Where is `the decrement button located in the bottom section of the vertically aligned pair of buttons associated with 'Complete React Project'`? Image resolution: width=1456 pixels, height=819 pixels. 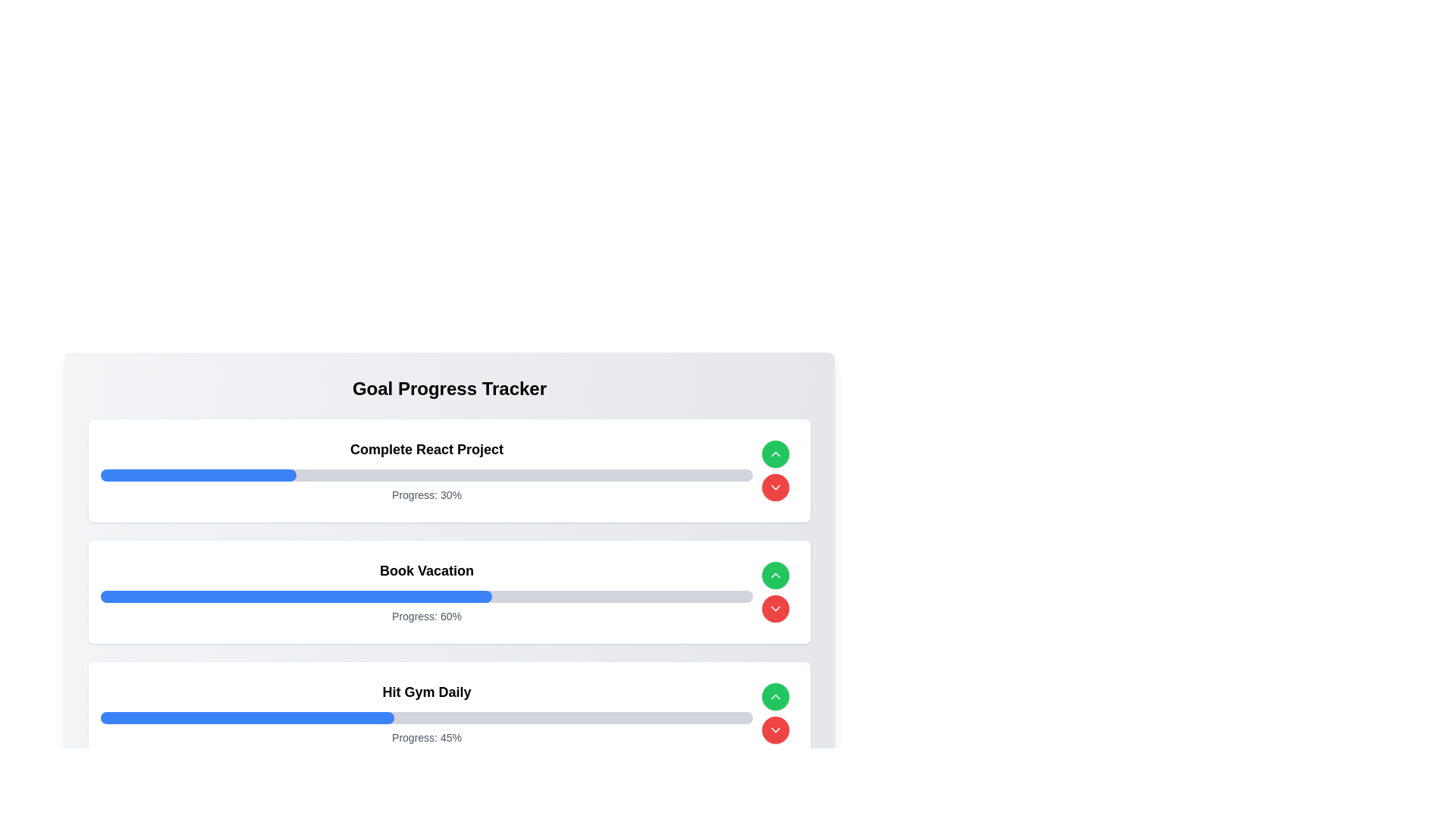
the decrement button located in the bottom section of the vertically aligned pair of buttons associated with 'Complete React Project' is located at coordinates (775, 488).